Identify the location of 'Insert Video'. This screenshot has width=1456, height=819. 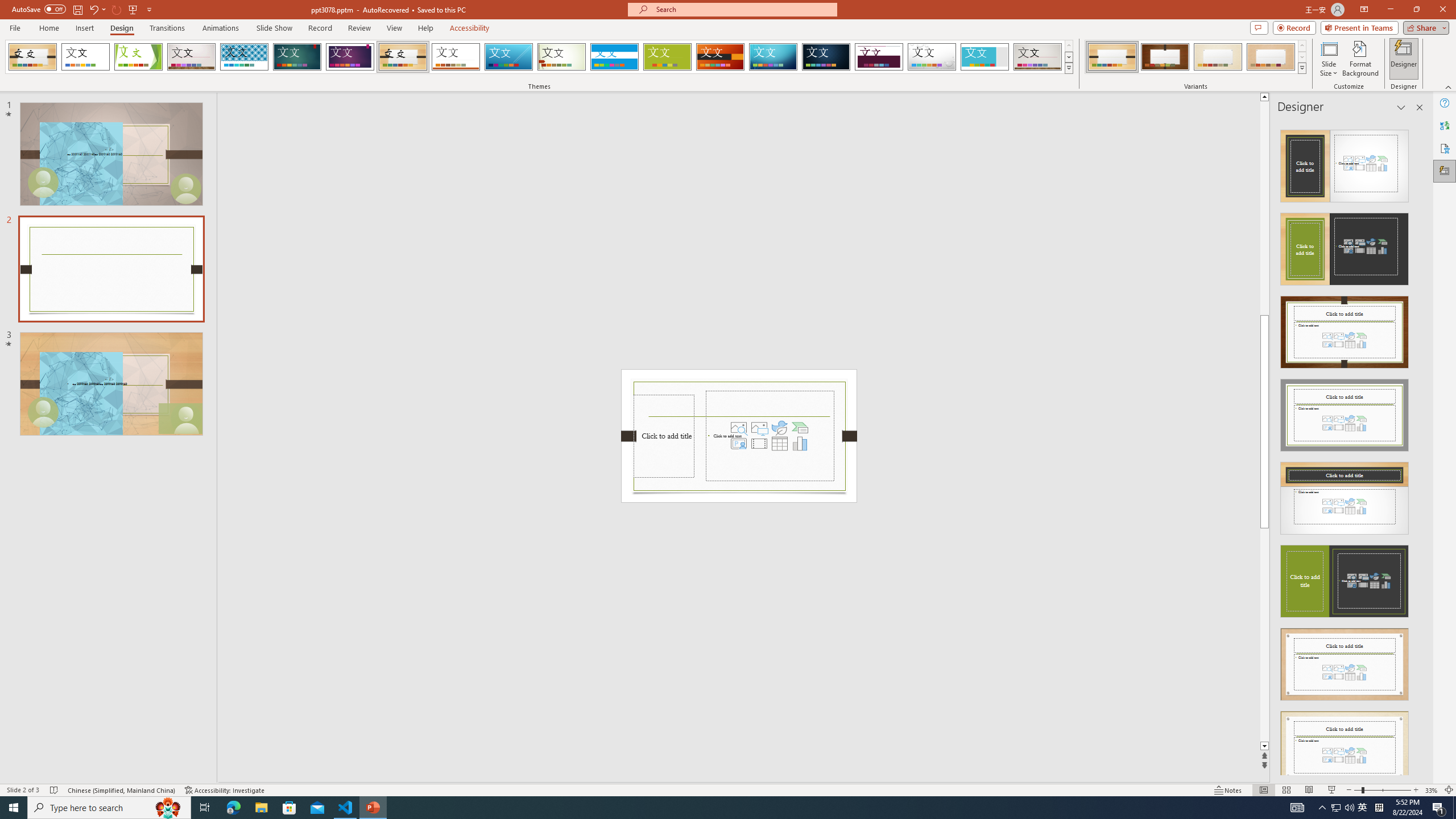
(759, 442).